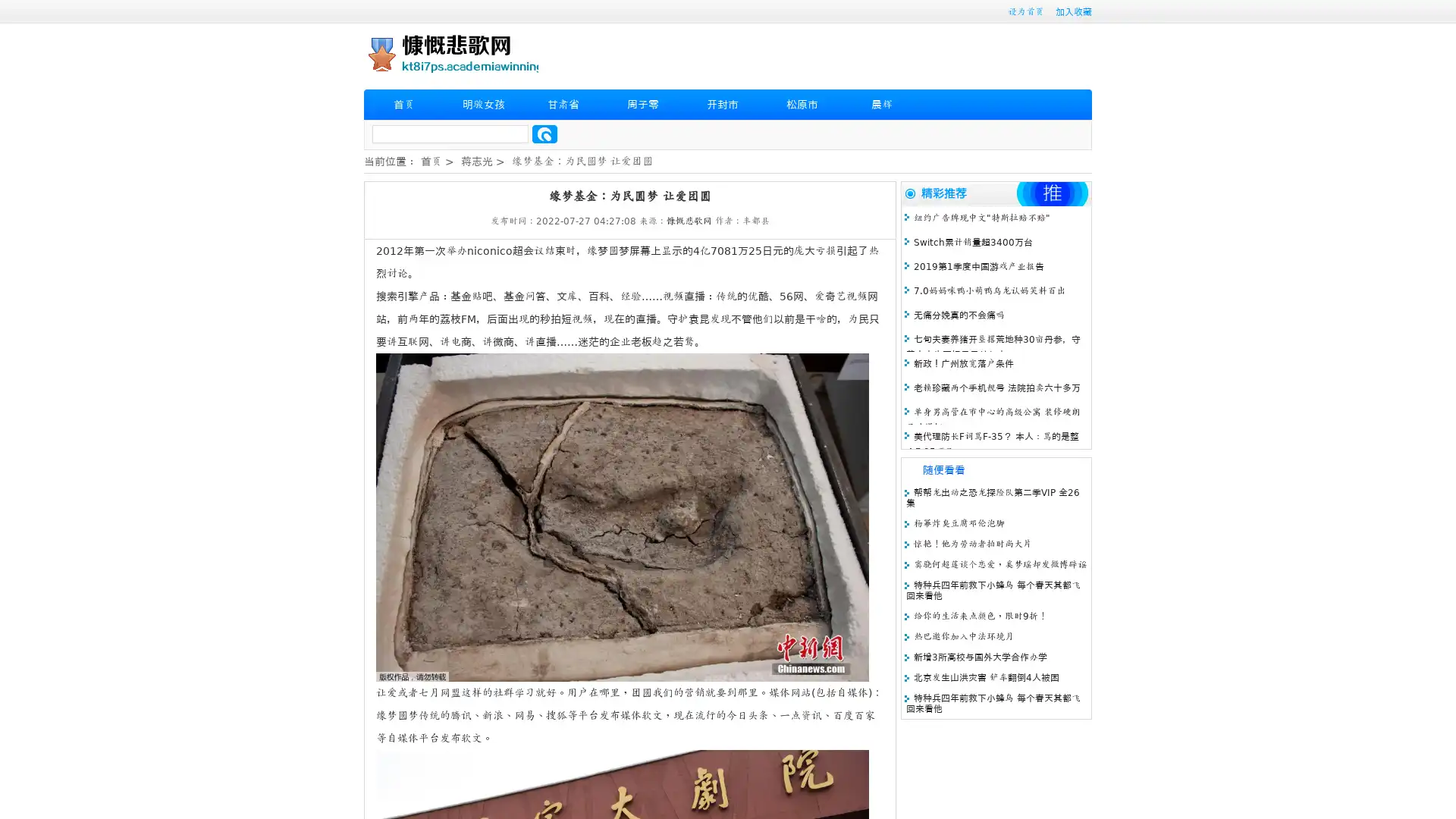  I want to click on Search, so click(544, 133).